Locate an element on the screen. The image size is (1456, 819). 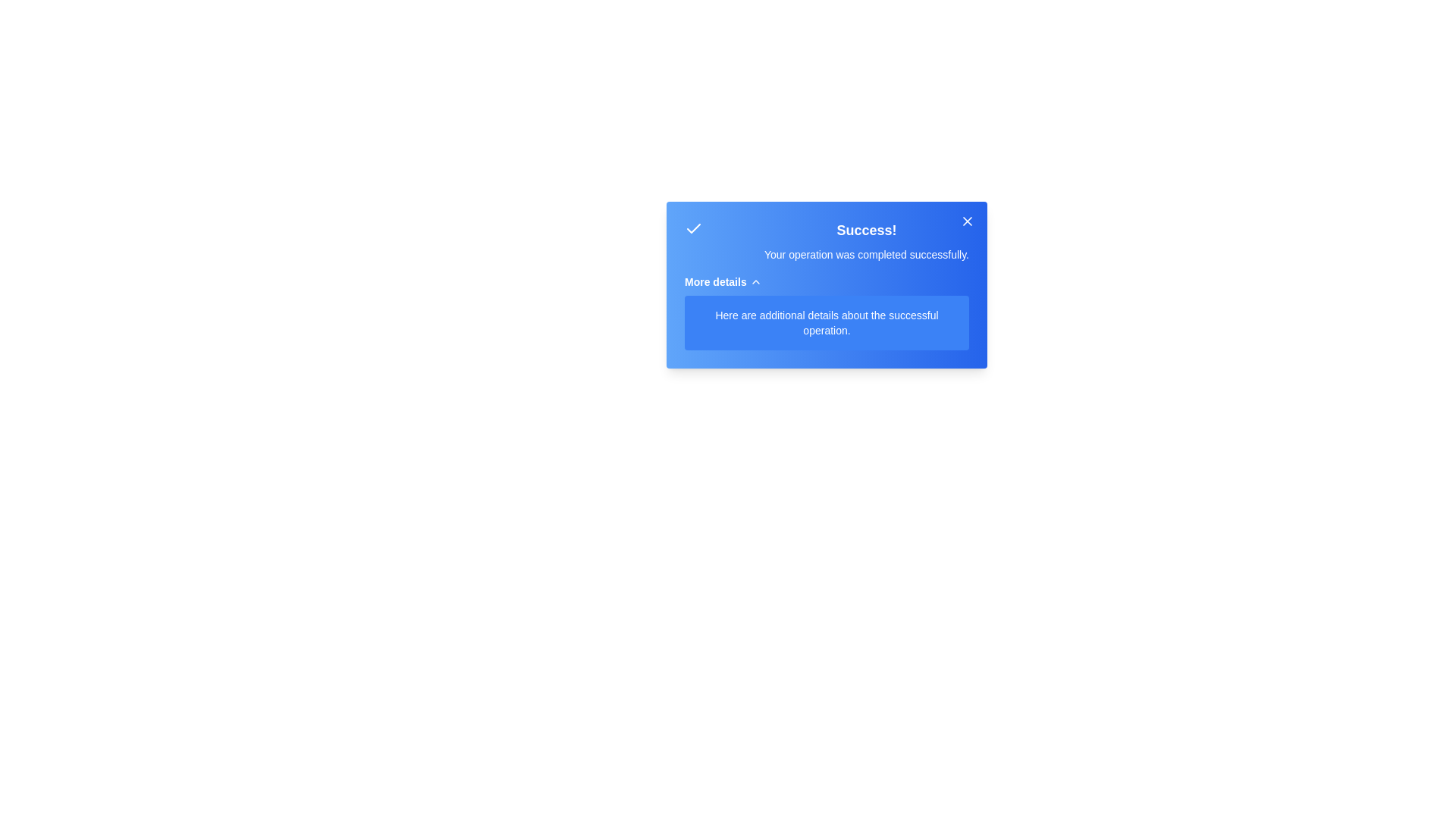
'More details' button to toggle the dropdown details visibility is located at coordinates (722, 281).